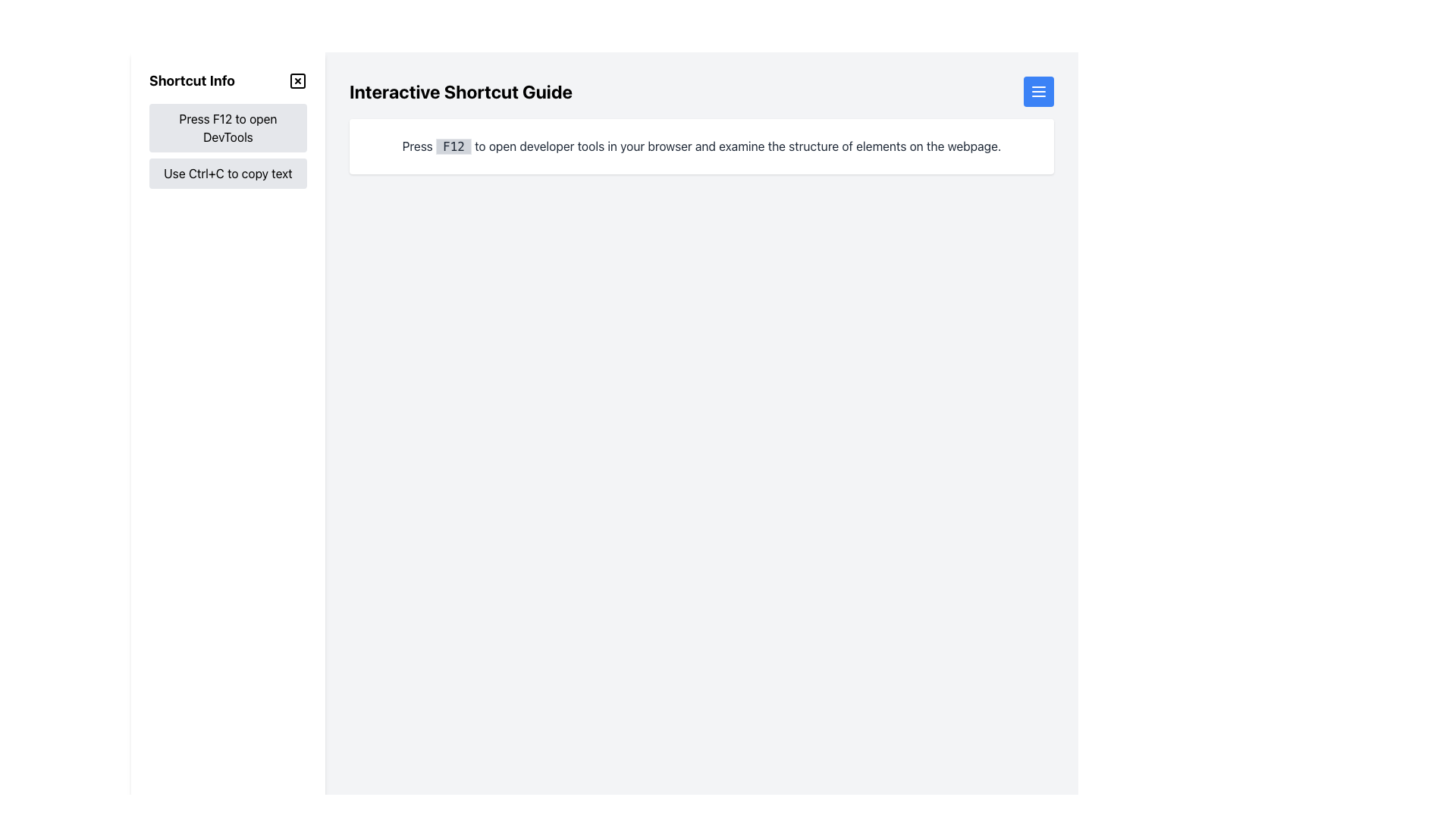 This screenshot has height=819, width=1456. I want to click on the vibrant blue square-shaped button with a menu icon located at the top-right corner of the 'Interactive Shortcut Guide' section, so click(1037, 91).